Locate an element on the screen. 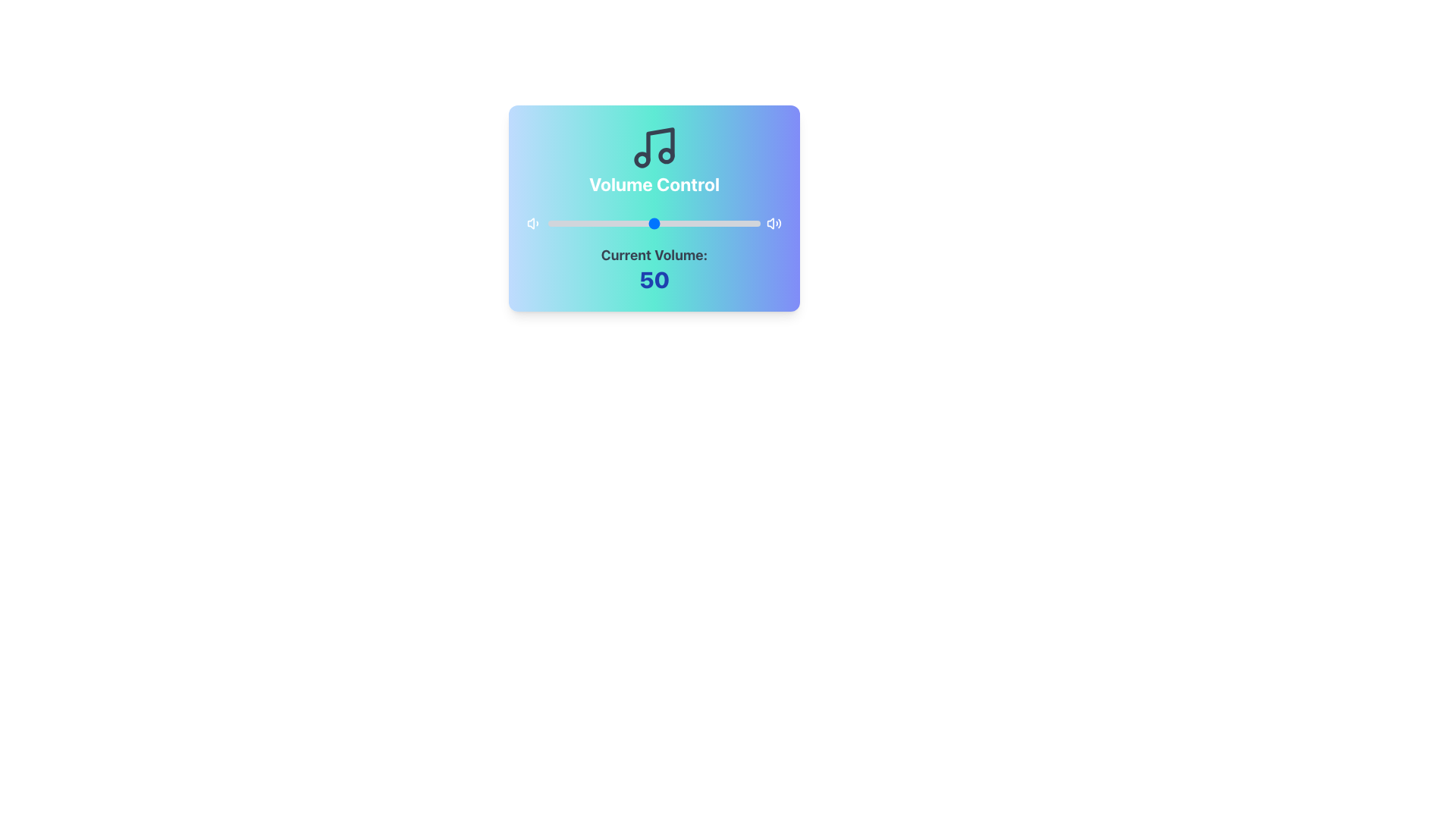 This screenshot has height=819, width=1456. the Text Display Component labeled 'Current Volume:' which shows the numeric value '50' in dark blue font, located at the center-bottom of the 'Volume Control' card is located at coordinates (654, 268).